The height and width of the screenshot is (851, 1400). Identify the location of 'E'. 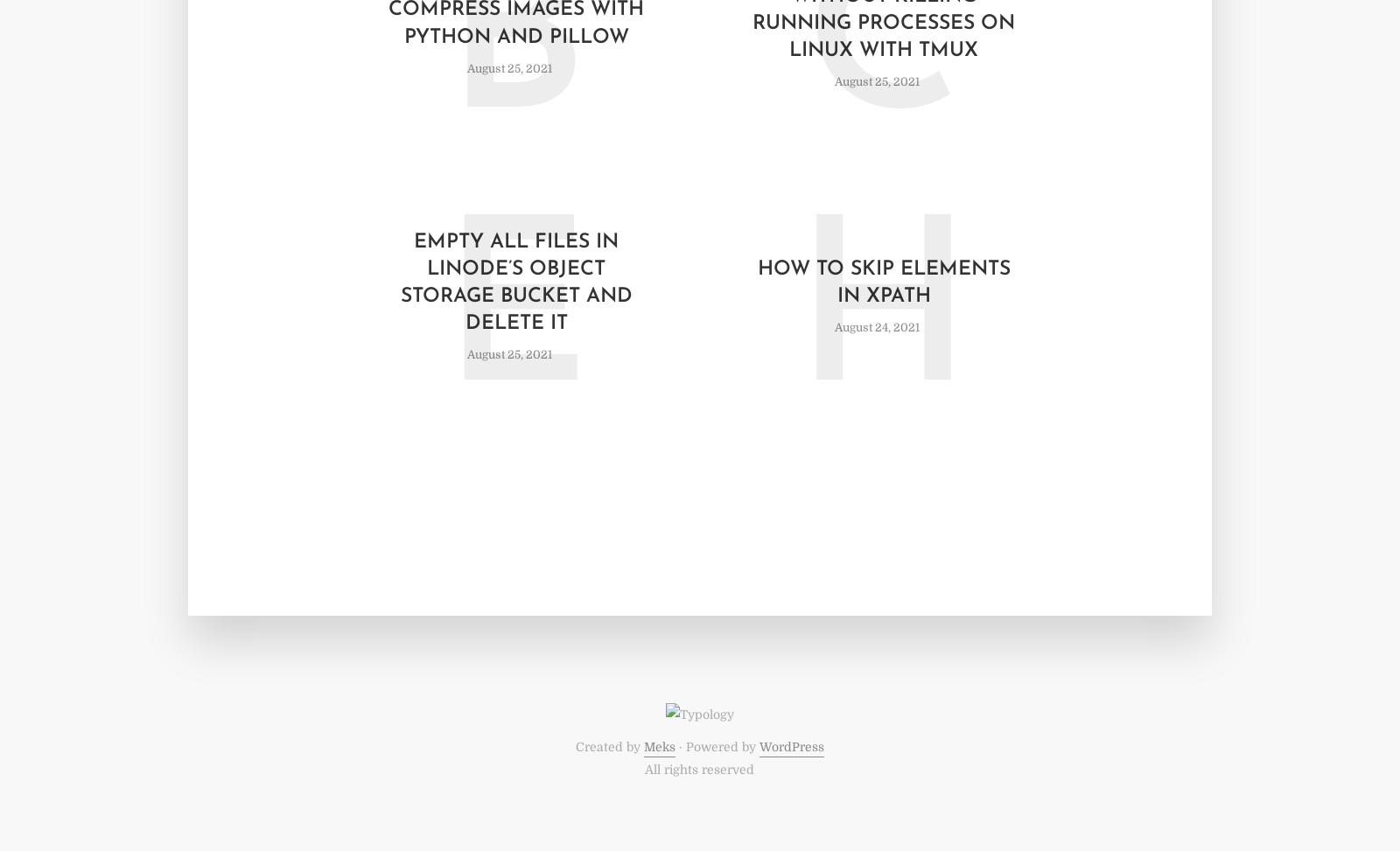
(514, 321).